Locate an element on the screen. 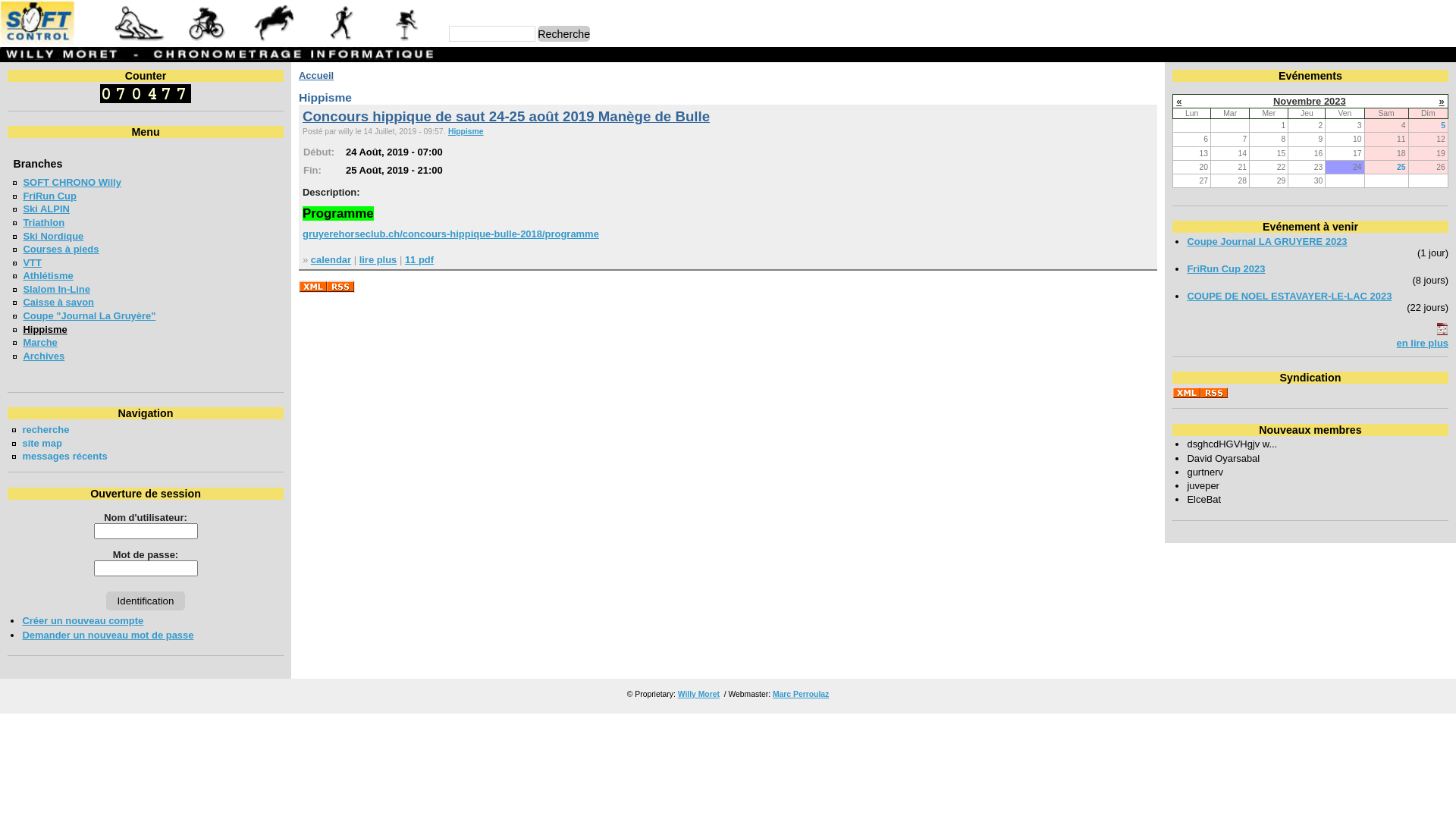 The height and width of the screenshot is (819, 1456). 'Archives' is located at coordinates (43, 356).